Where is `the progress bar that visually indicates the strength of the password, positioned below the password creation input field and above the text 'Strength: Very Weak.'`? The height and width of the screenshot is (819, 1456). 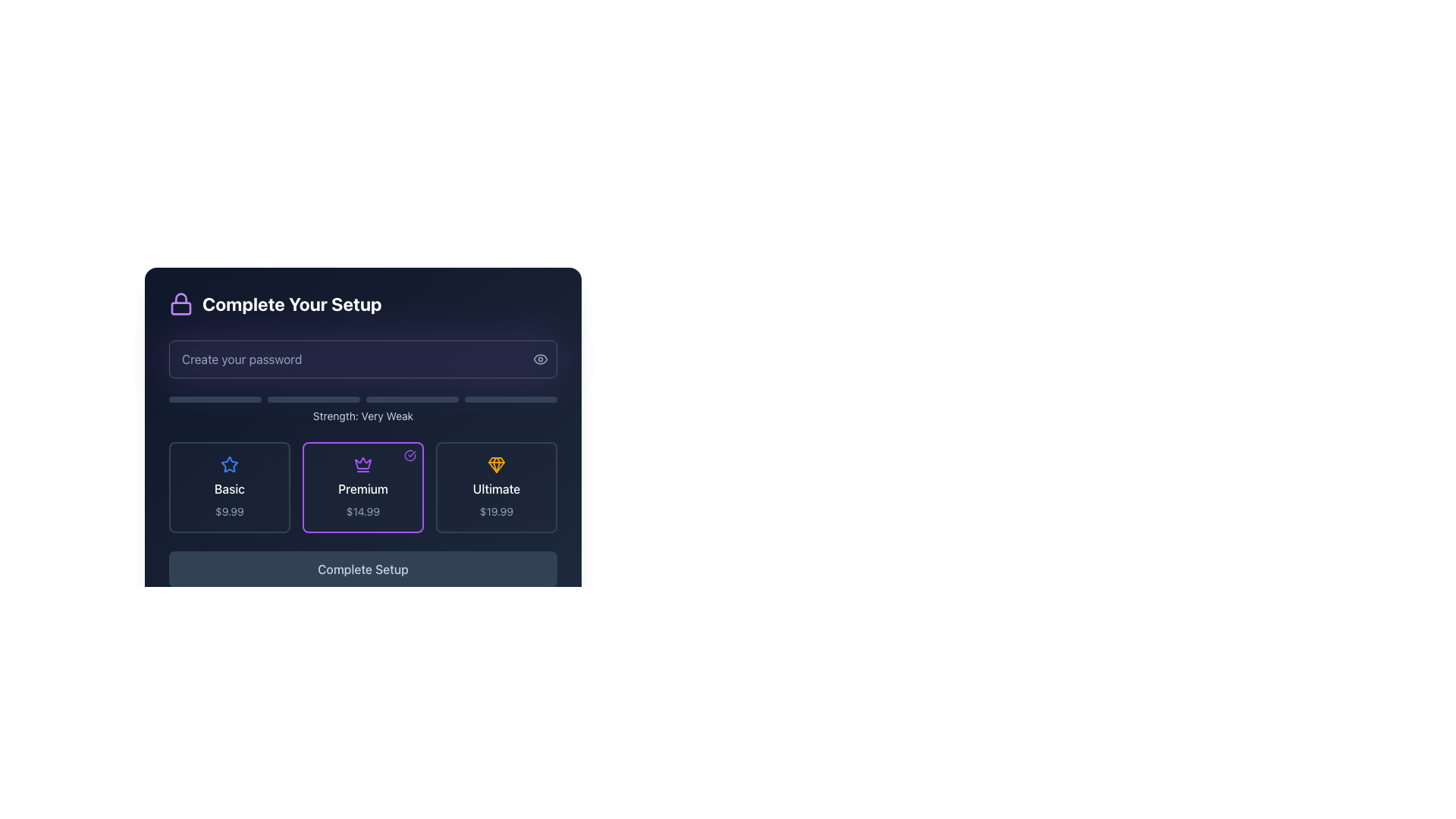
the progress bar that visually indicates the strength of the password, positioned below the password creation input field and above the text 'Strength: Very Weak.' is located at coordinates (362, 399).